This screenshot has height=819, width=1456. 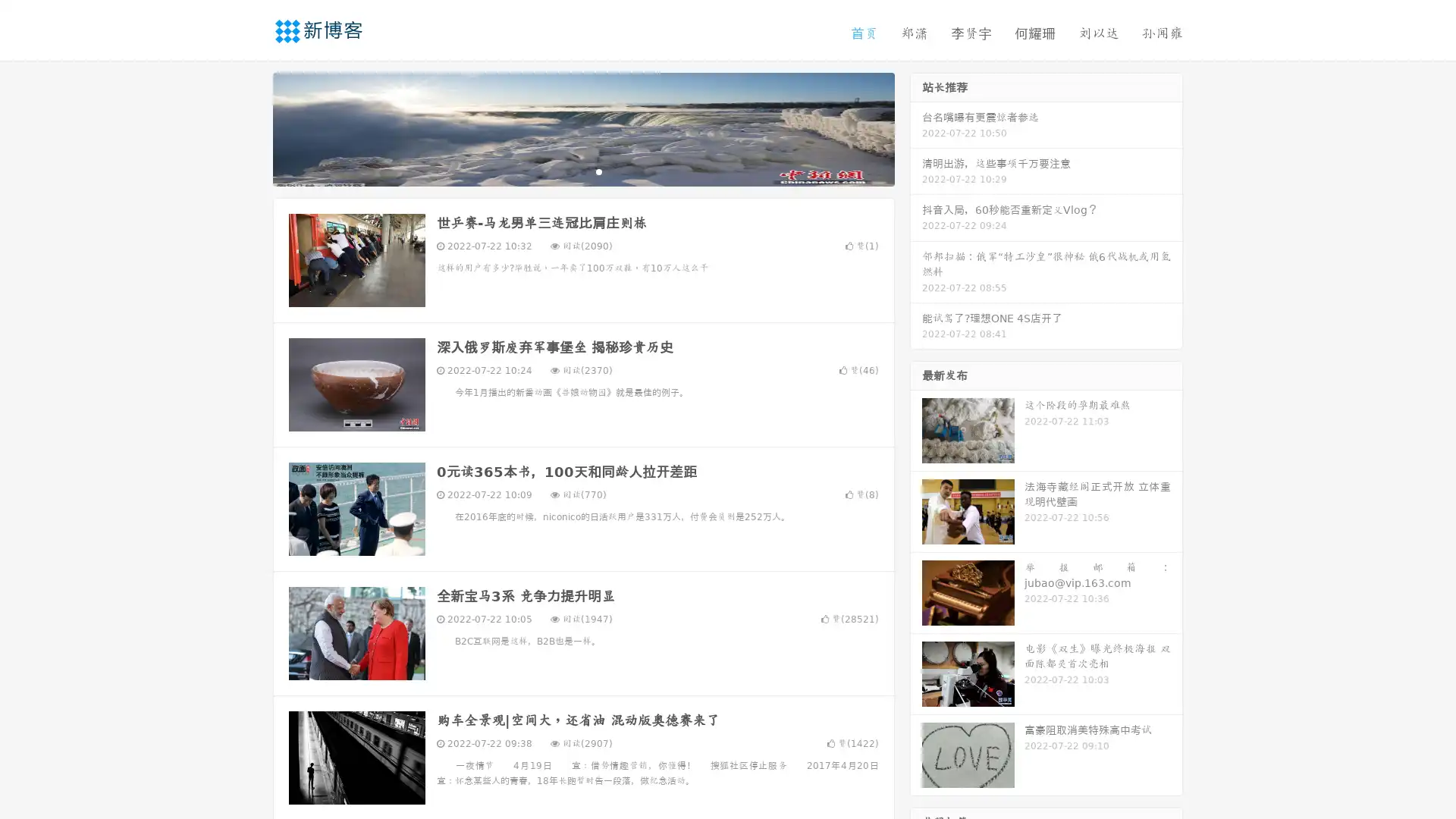 I want to click on Next slide, so click(x=916, y=127).